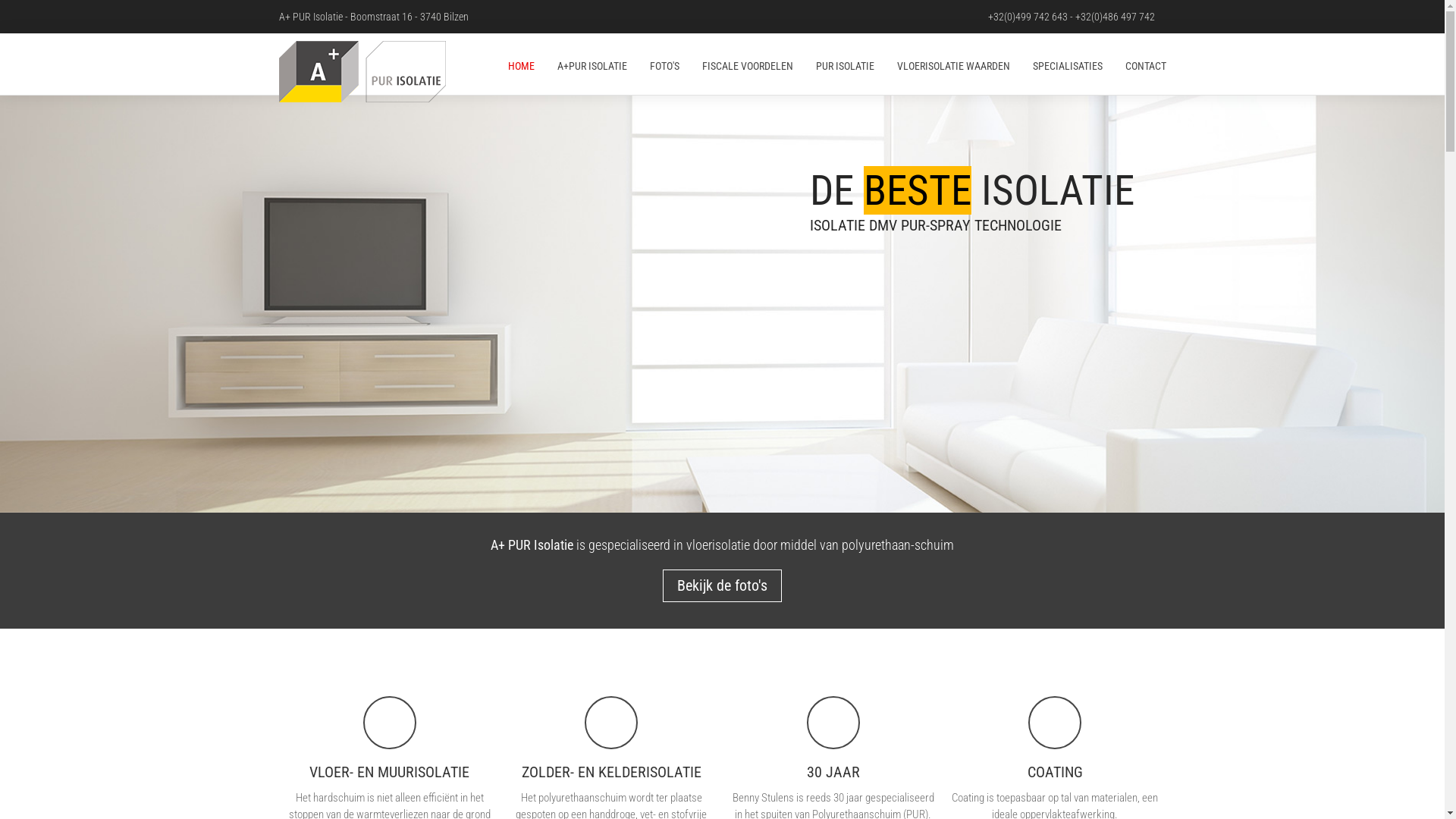 This screenshot has height=819, width=1456. What do you see at coordinates (508, 63) in the screenshot?
I see `'HOME'` at bounding box center [508, 63].